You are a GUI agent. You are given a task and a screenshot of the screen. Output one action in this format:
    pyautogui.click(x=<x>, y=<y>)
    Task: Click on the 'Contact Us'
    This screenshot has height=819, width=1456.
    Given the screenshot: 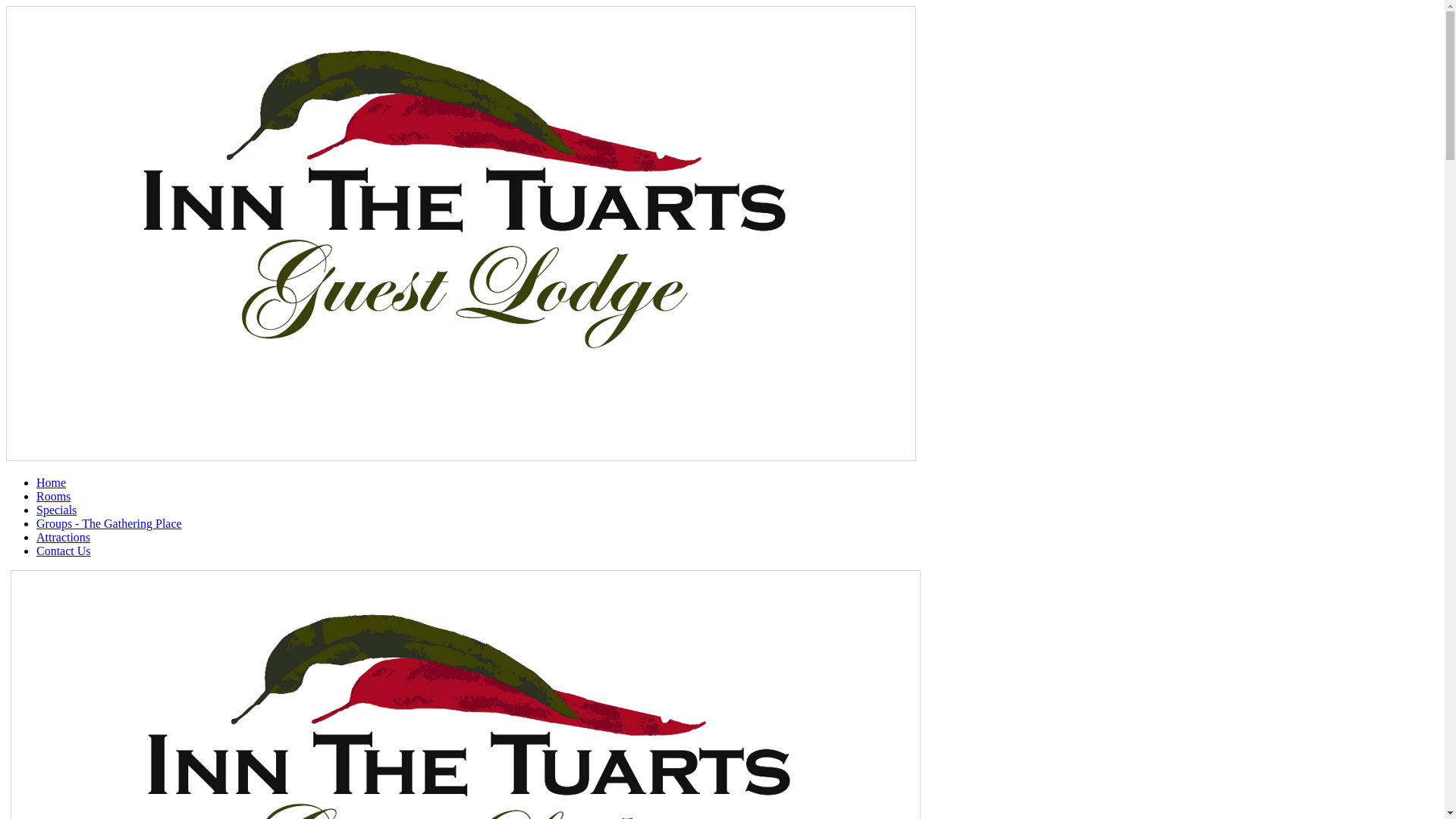 What is the action you would take?
    pyautogui.click(x=62, y=551)
    